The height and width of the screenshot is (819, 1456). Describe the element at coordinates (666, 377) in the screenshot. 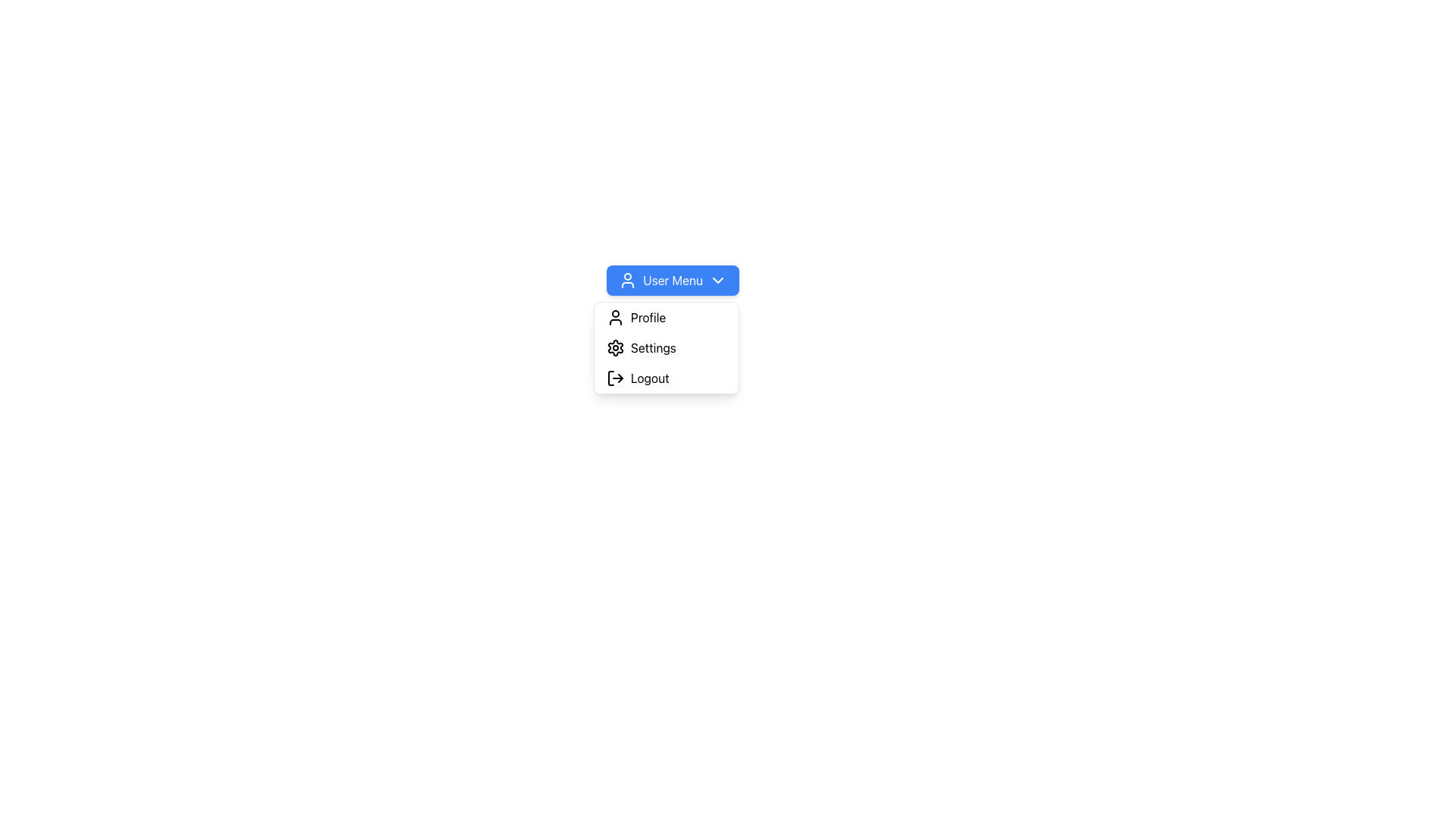

I see `the 'Logout' menu item, which is the third and last item in the vertical dropdown under the 'User Menu', featuring a log-out icon and the text 'Logout'` at that location.